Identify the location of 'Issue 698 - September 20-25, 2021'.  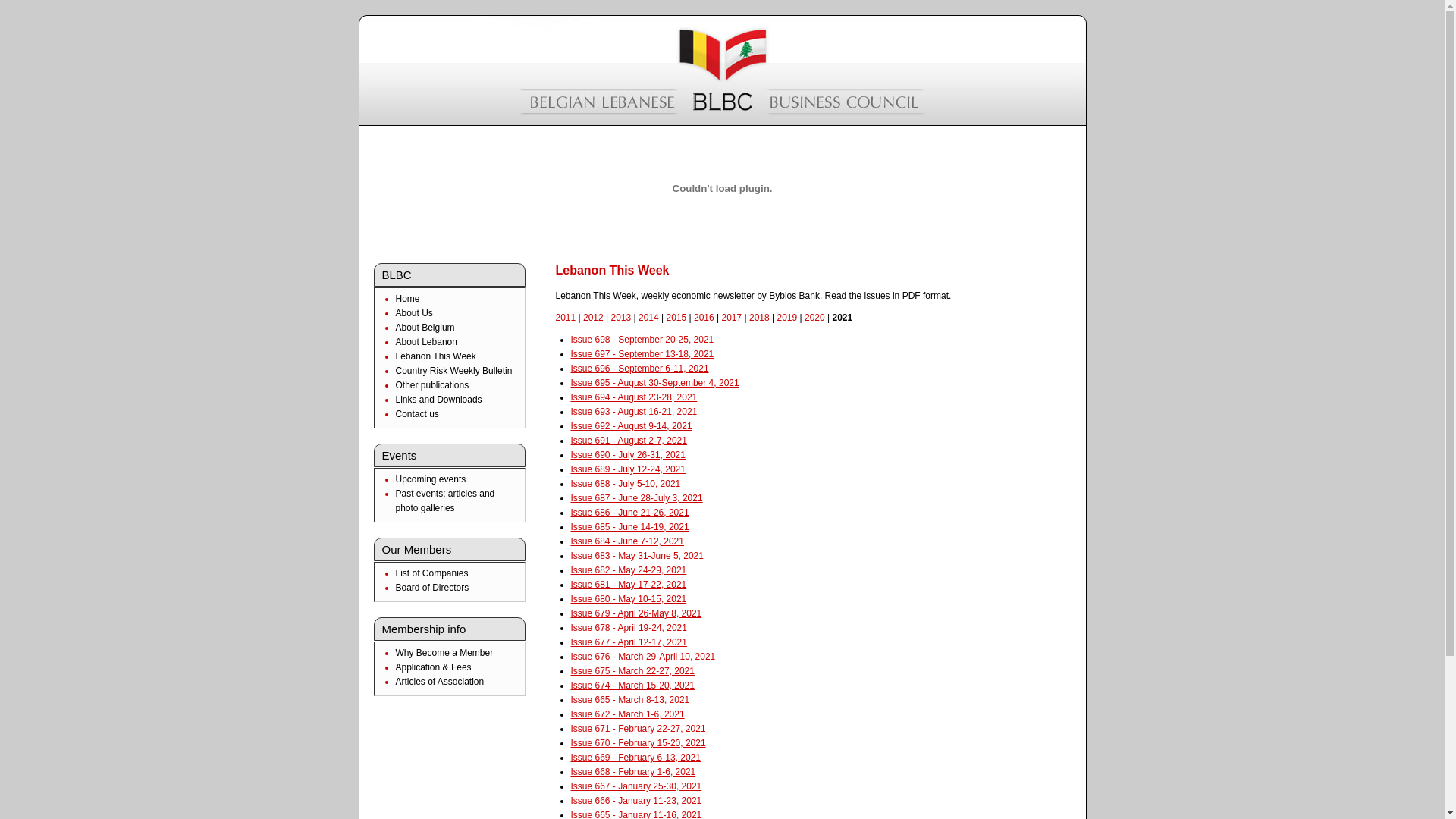
(642, 338).